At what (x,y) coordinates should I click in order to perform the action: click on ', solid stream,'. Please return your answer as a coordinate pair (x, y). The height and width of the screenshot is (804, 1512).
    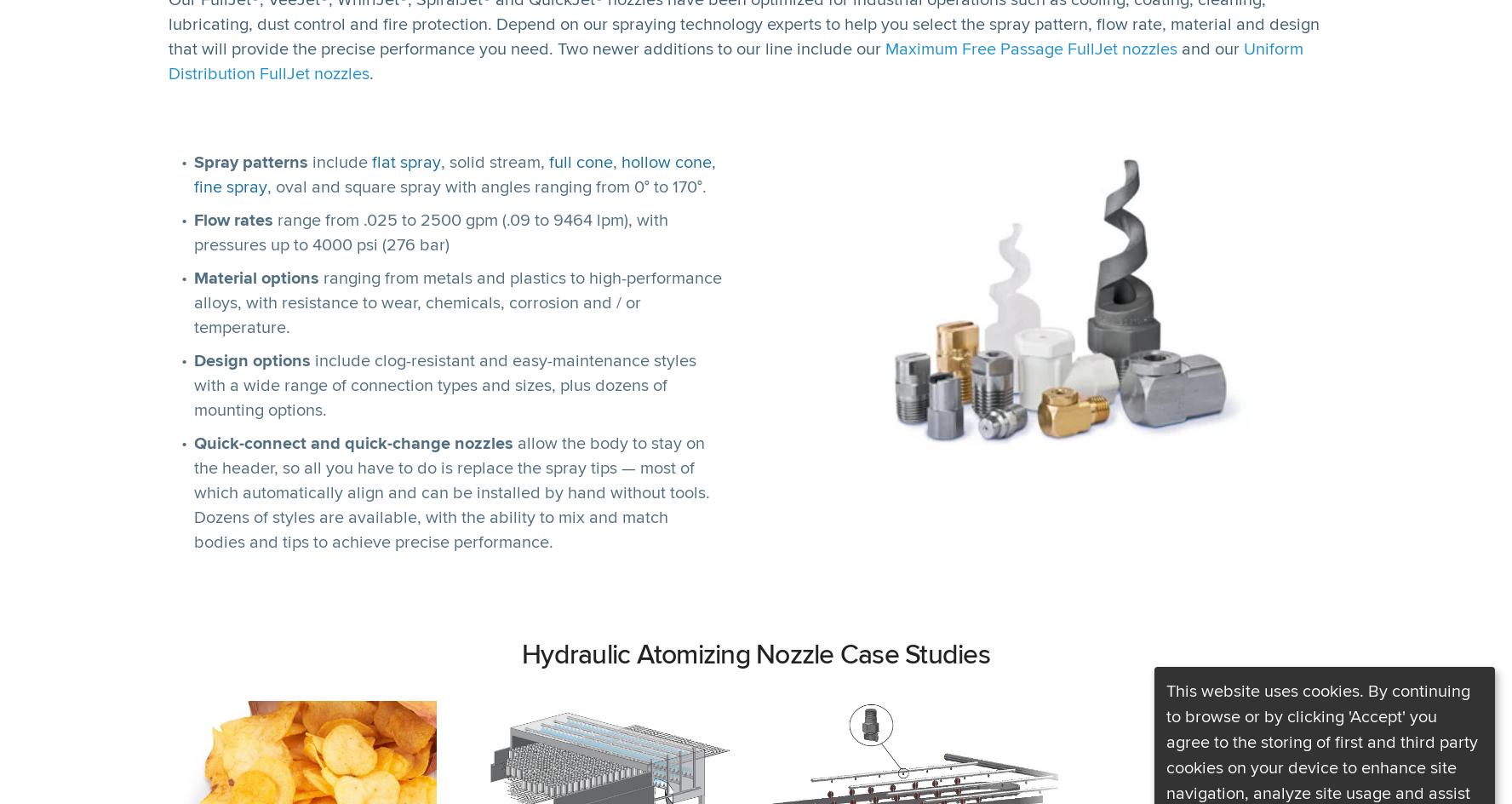
    Looking at the image, I should click on (440, 161).